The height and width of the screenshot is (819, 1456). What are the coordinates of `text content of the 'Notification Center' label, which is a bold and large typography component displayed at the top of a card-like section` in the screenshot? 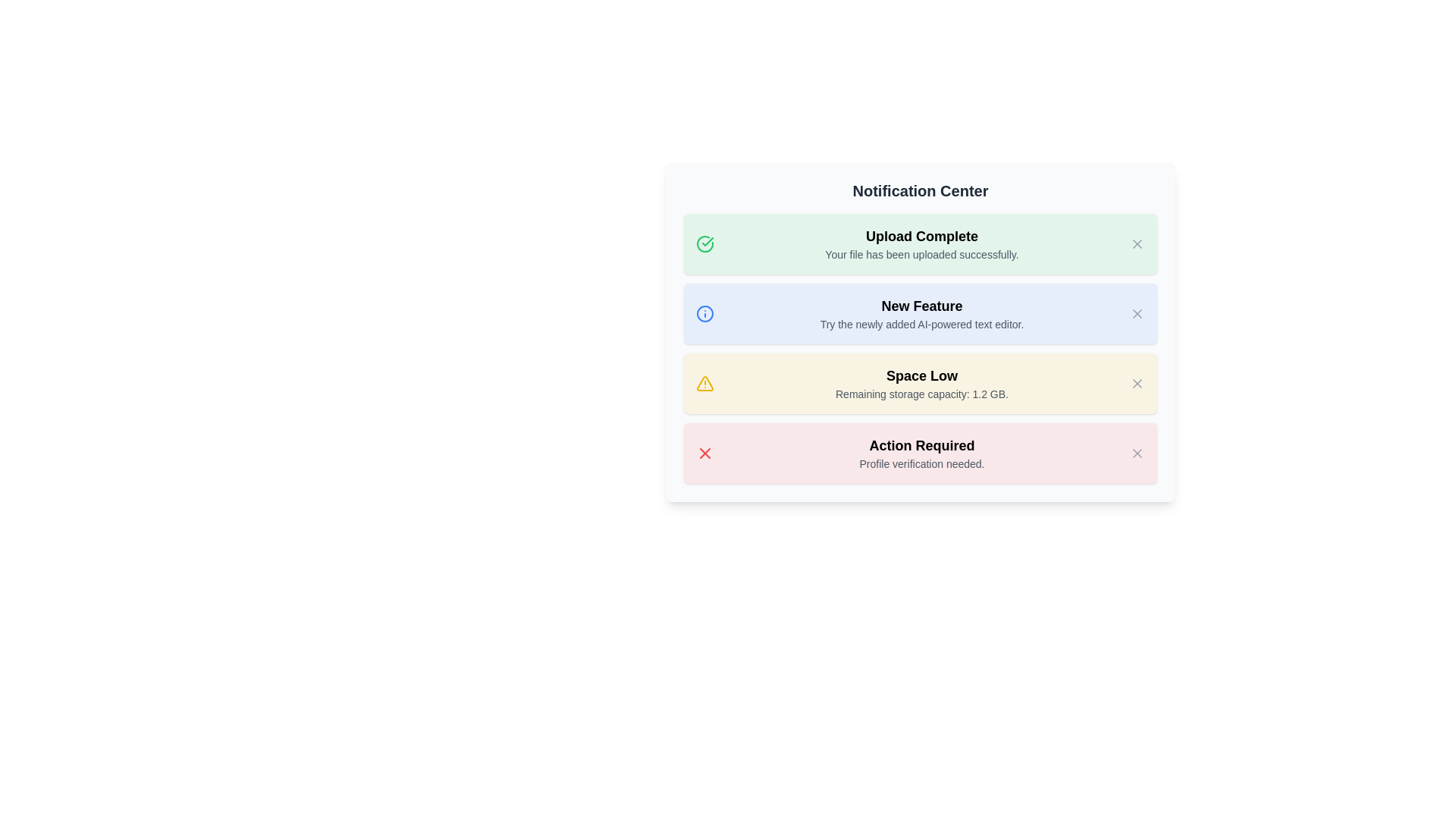 It's located at (920, 190).